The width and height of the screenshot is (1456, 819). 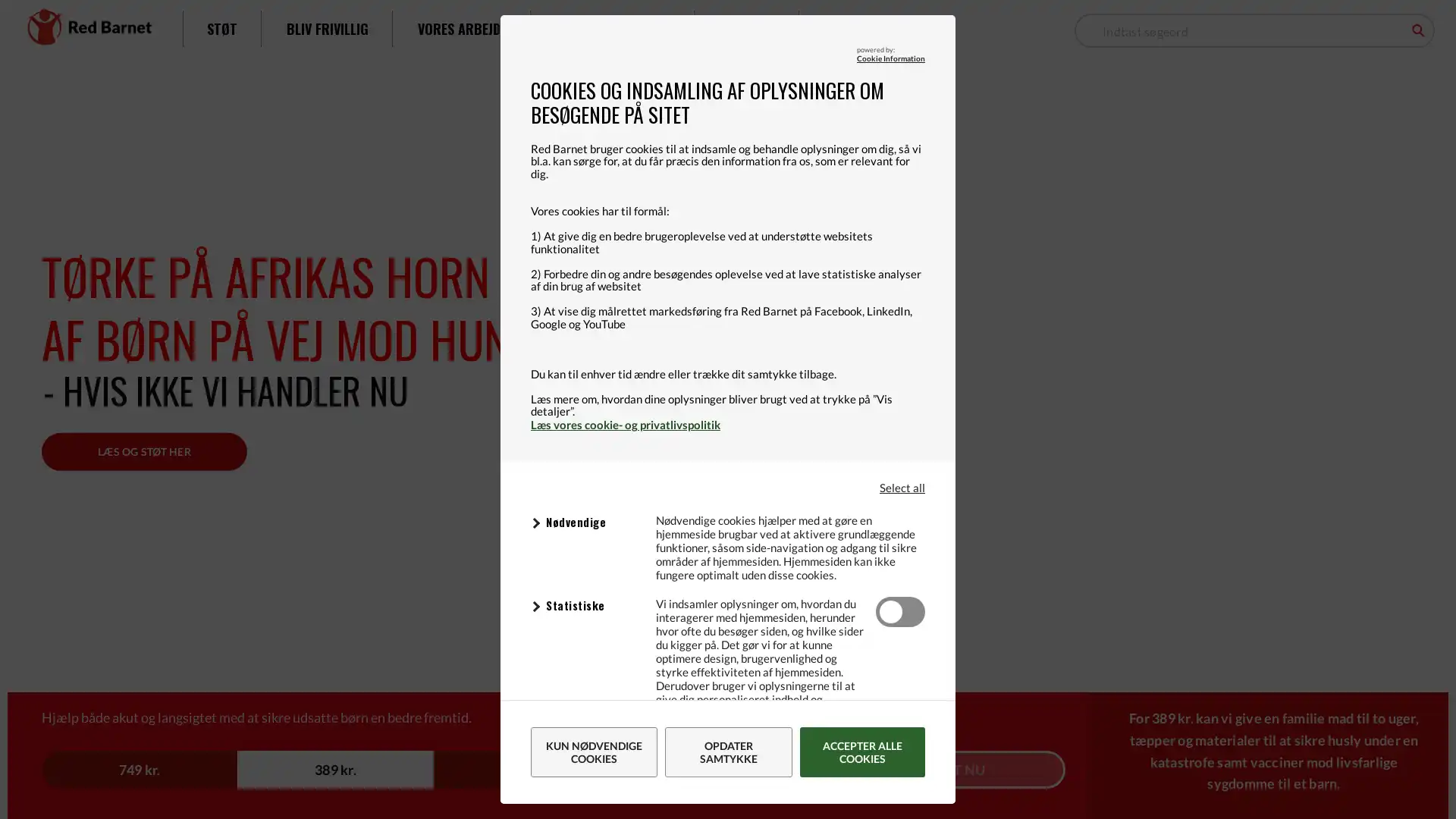 What do you see at coordinates (585, 605) in the screenshot?
I see `Data Processor: Google Analytics Formal: Indsamler oplysninger om brugerne og deres aktivitet pa websitet til analyse og rapporteringsformal. Data Processor Privacy Policy: Google Analytics - Data Processor Privacy Policy Udlb: en dag Navn: _gid Udbyder: .reloadme.redbarnet.dk Data Processor: Google Analytics Formal: Indsamler oplysninger om brugerne og deres aktivitet pa websitet til analyse og rapporteringsformal. Data Processor Privacy Policy: Google Analytics - Data Processor Privacy Policy Udlb: 2 ar Navn: _ga Udbyder: .reloadme.redbarnet.dk Data Processor: Google Analytics Formal: Indsamler oplysninger om brugerne og deres aktivitet pa websitet til analyse og rapporteringsformal. Data Processor Privacy Policy: Google Analytics - Data Processor Privacy Policy Udlb: fa sekunder Navn: _gat_UA-xxx-xxx Udbyder: .reloadme.redbarnet.dk` at bounding box center [585, 605].